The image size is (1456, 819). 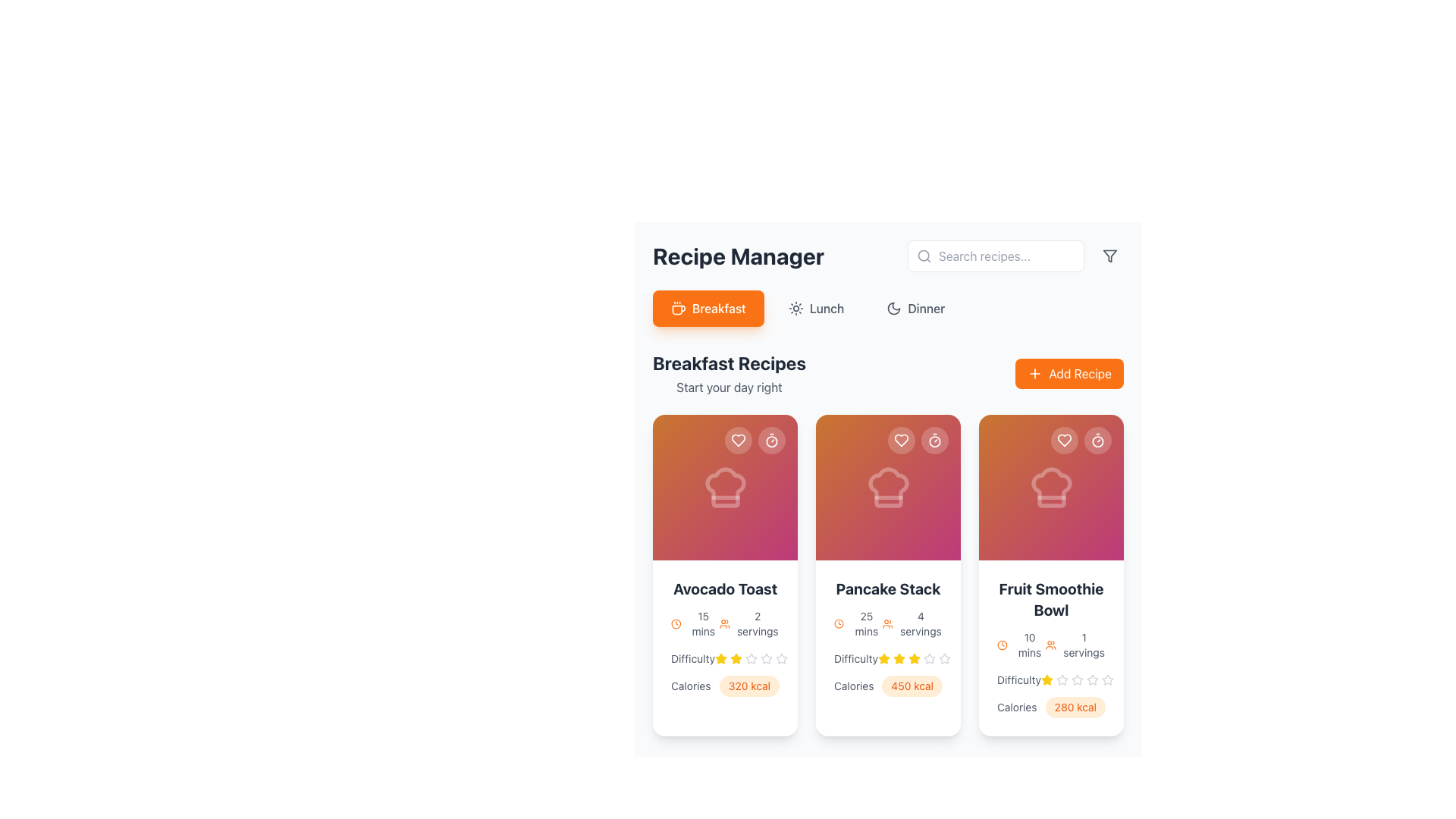 I want to click on the timer icon located in the top-right corner of the 'Pancake Stack' recipe card in the 'Breakfast Recipes' section, so click(x=934, y=441).